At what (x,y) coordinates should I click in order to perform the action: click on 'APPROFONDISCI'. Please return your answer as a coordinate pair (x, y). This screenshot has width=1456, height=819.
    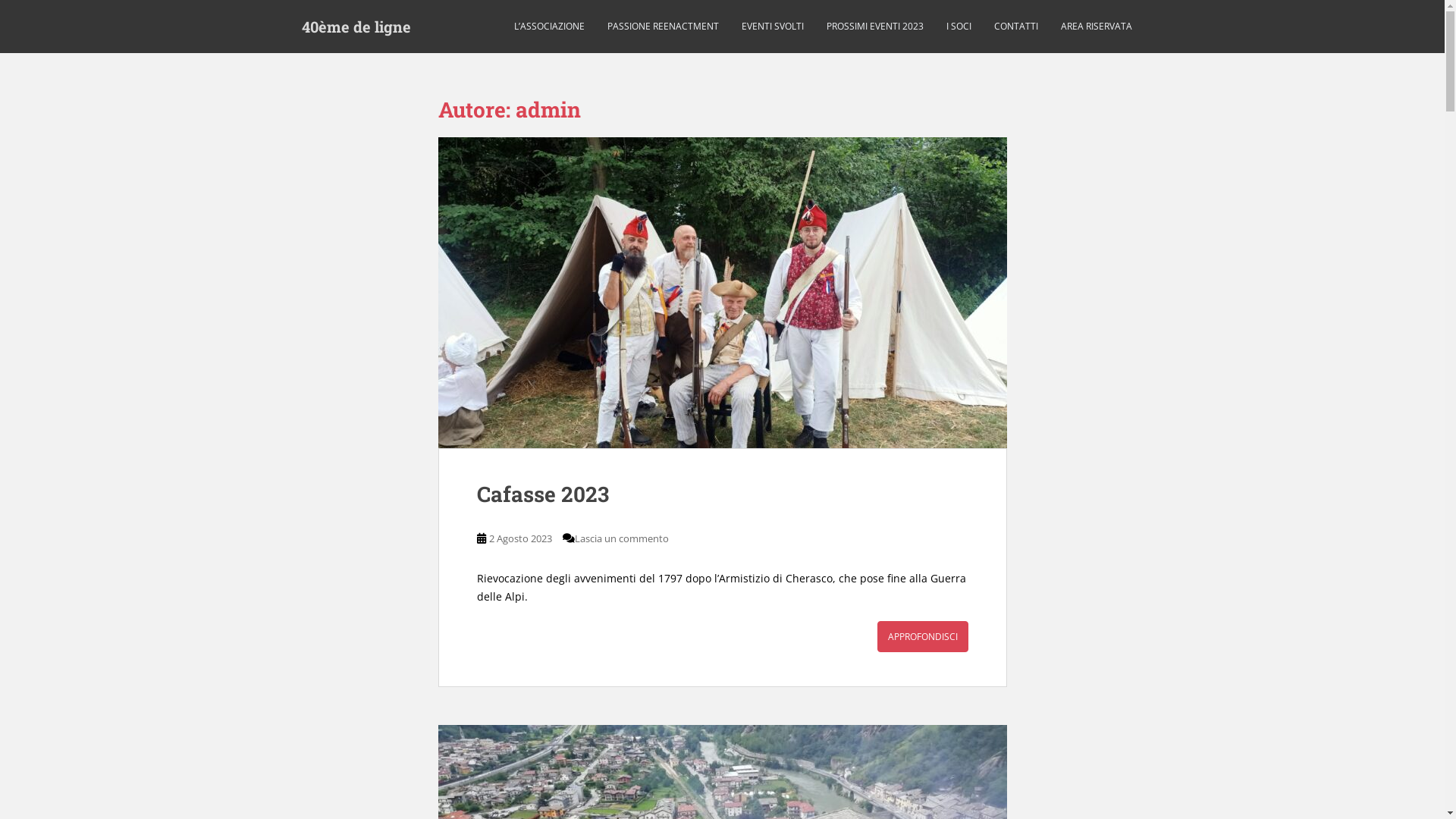
    Looking at the image, I should click on (877, 636).